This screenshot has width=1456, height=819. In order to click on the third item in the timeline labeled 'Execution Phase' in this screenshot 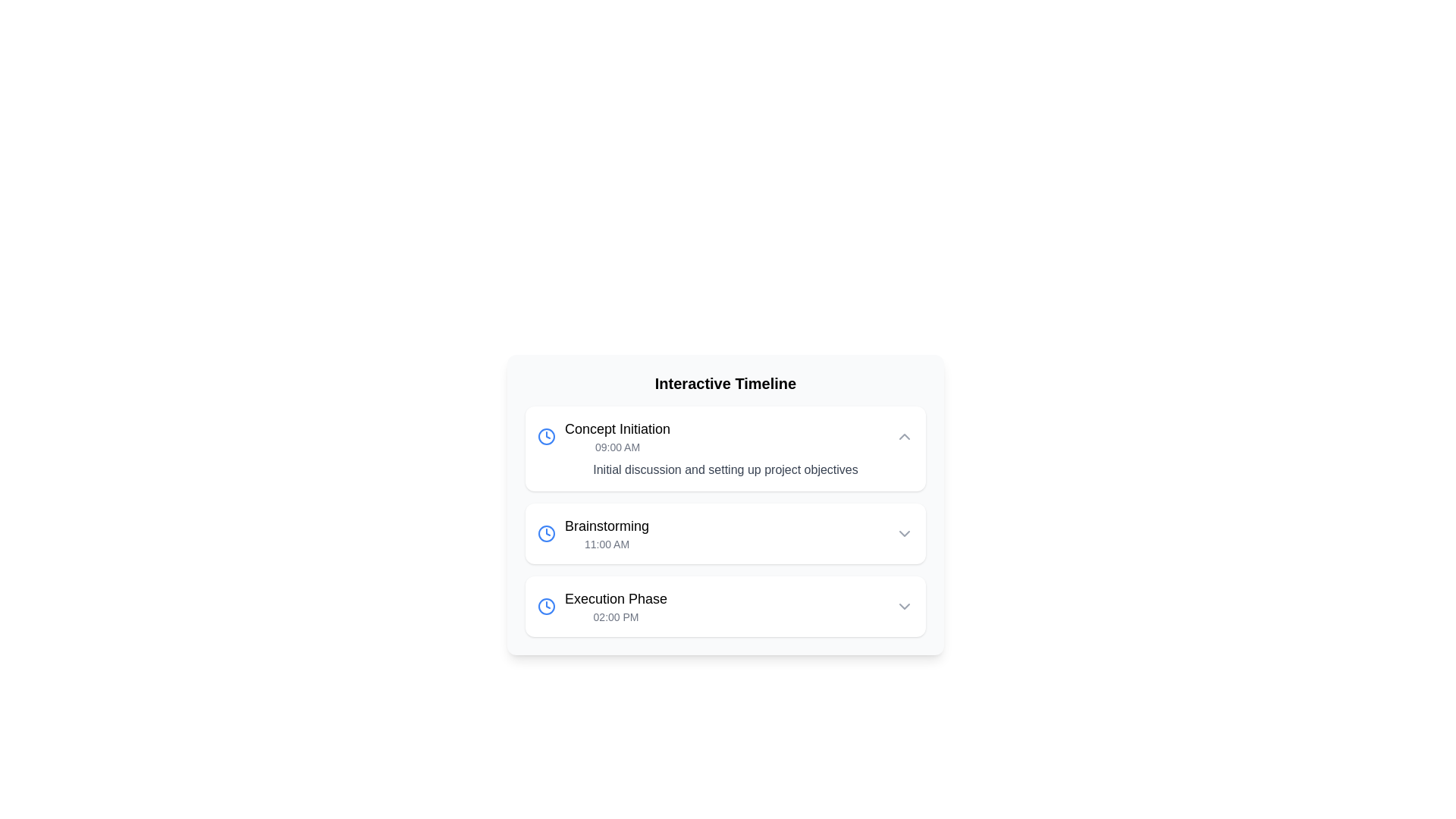, I will do `click(724, 605)`.